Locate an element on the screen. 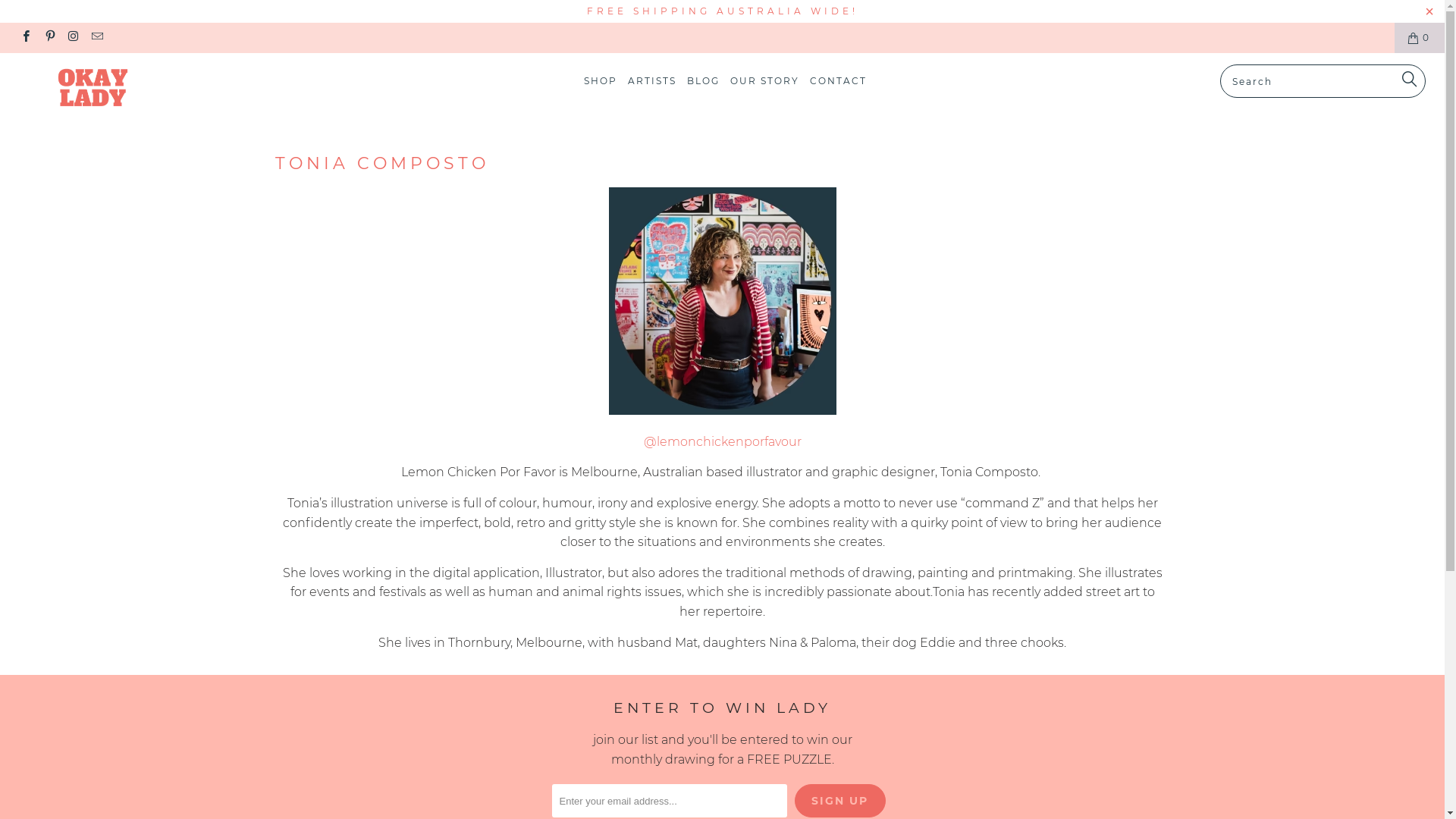  'Okay Lady on Pinterest' is located at coordinates (49, 36).